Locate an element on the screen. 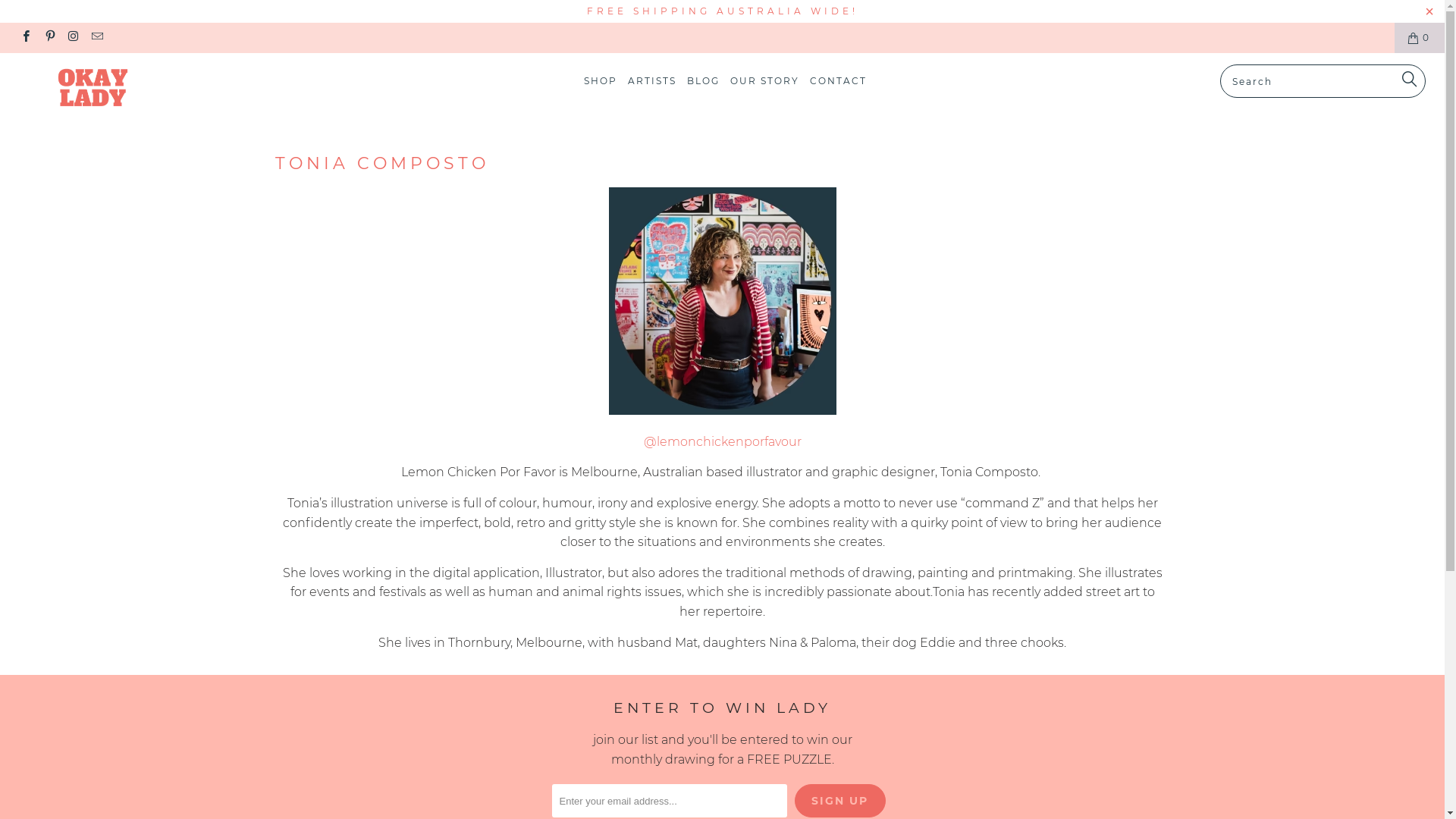  'Okay Lady on Pinterest' is located at coordinates (49, 36).